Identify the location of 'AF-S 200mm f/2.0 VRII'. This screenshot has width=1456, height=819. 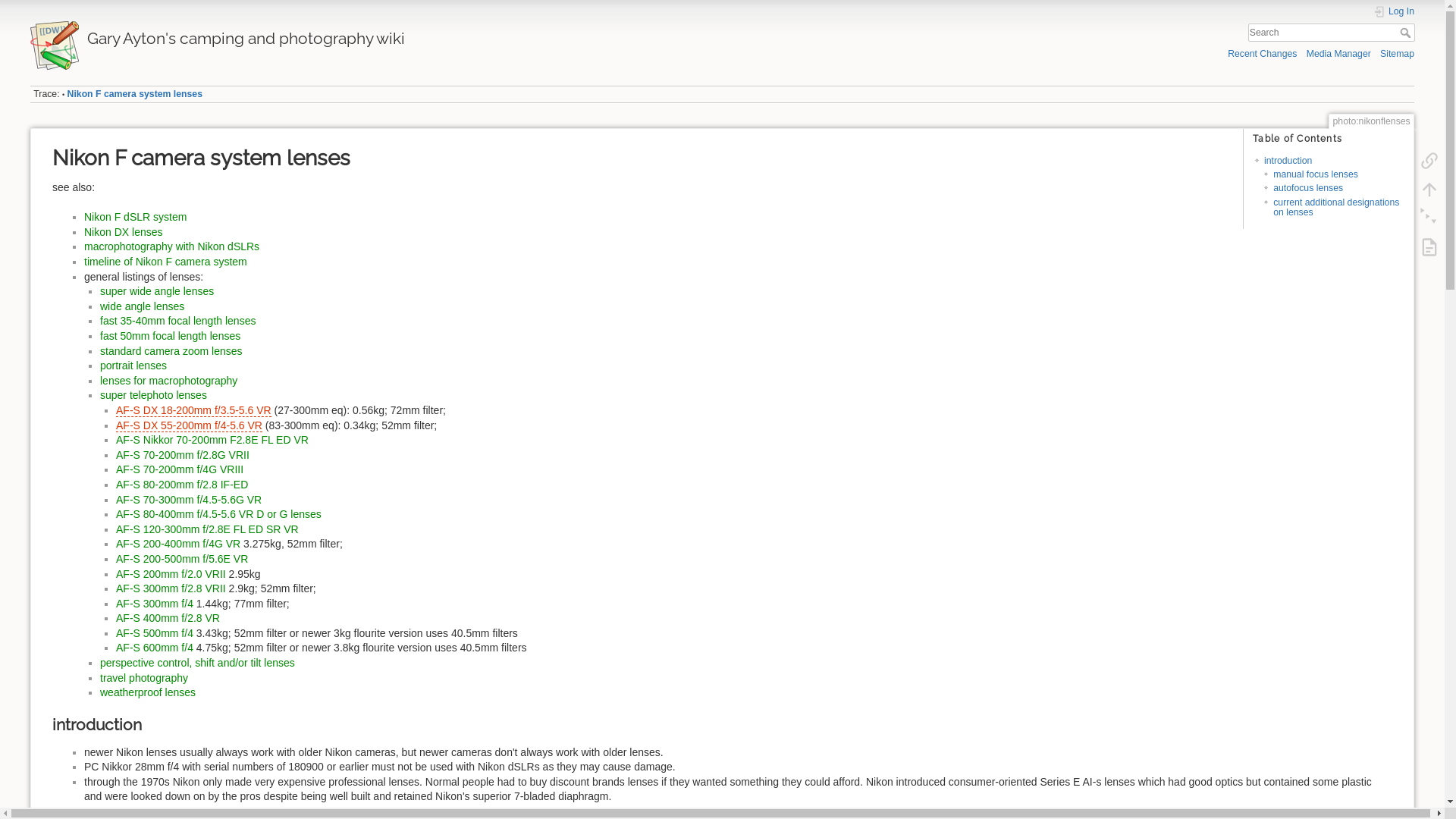
(171, 573).